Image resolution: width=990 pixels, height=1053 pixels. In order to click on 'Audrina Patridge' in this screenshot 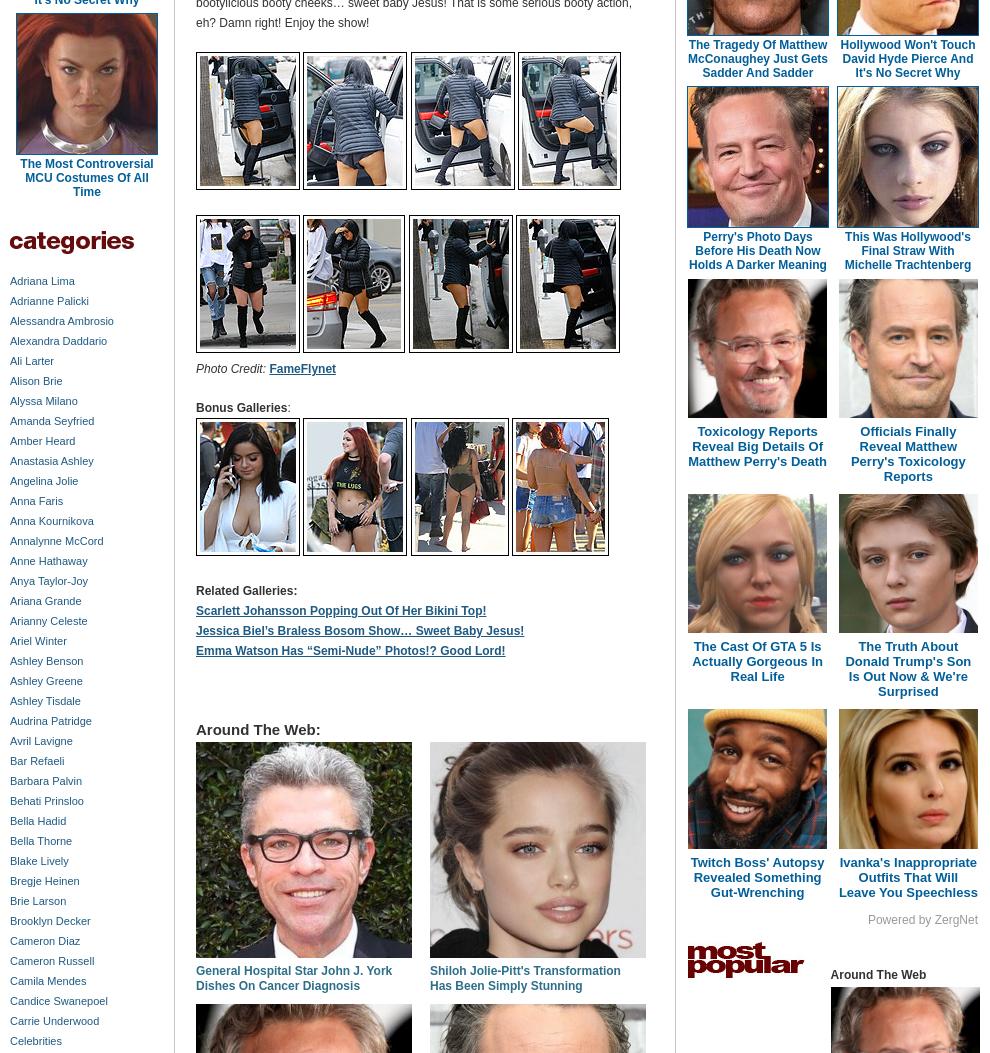, I will do `click(49, 719)`.